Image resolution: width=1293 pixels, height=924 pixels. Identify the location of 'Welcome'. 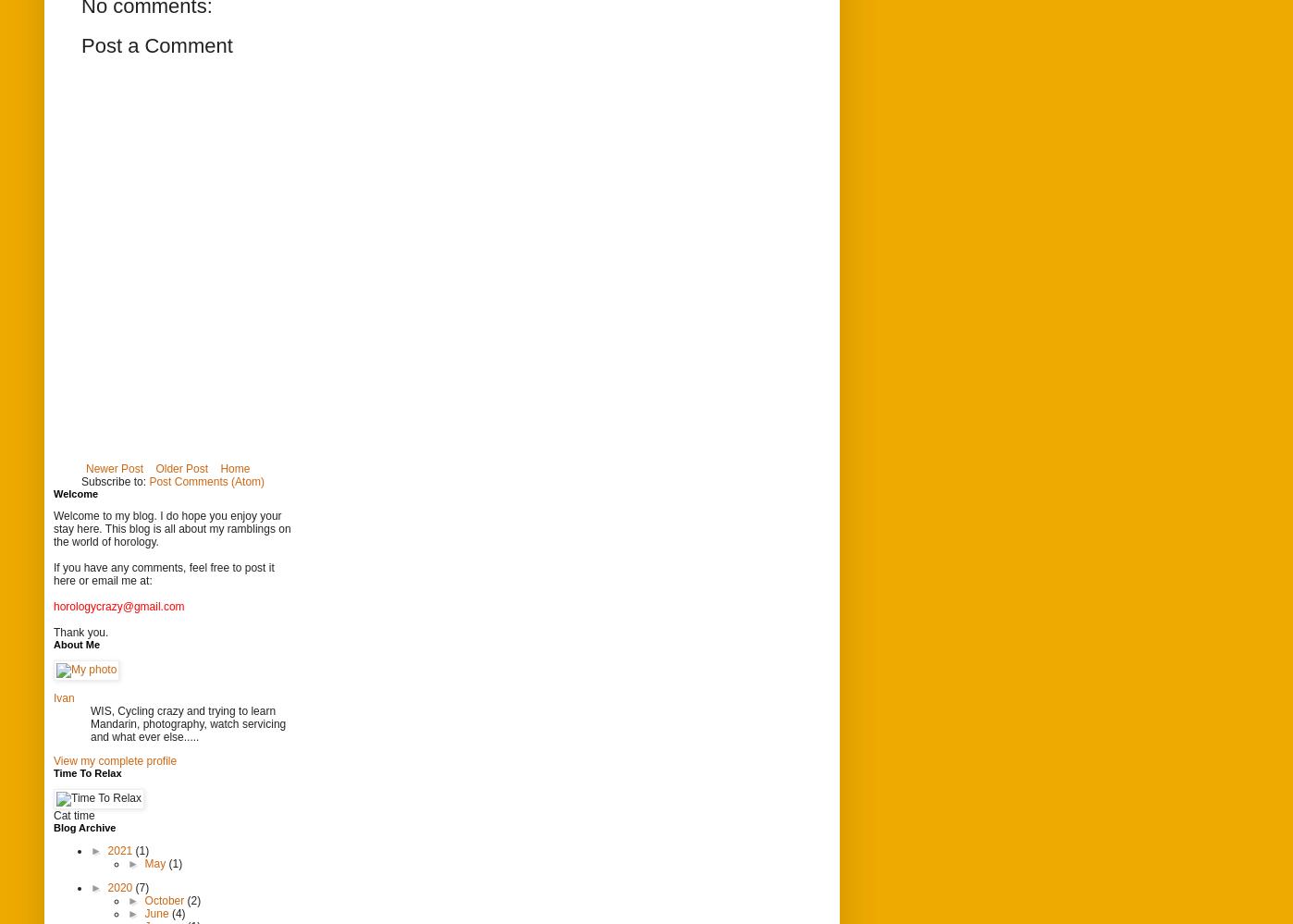
(76, 491).